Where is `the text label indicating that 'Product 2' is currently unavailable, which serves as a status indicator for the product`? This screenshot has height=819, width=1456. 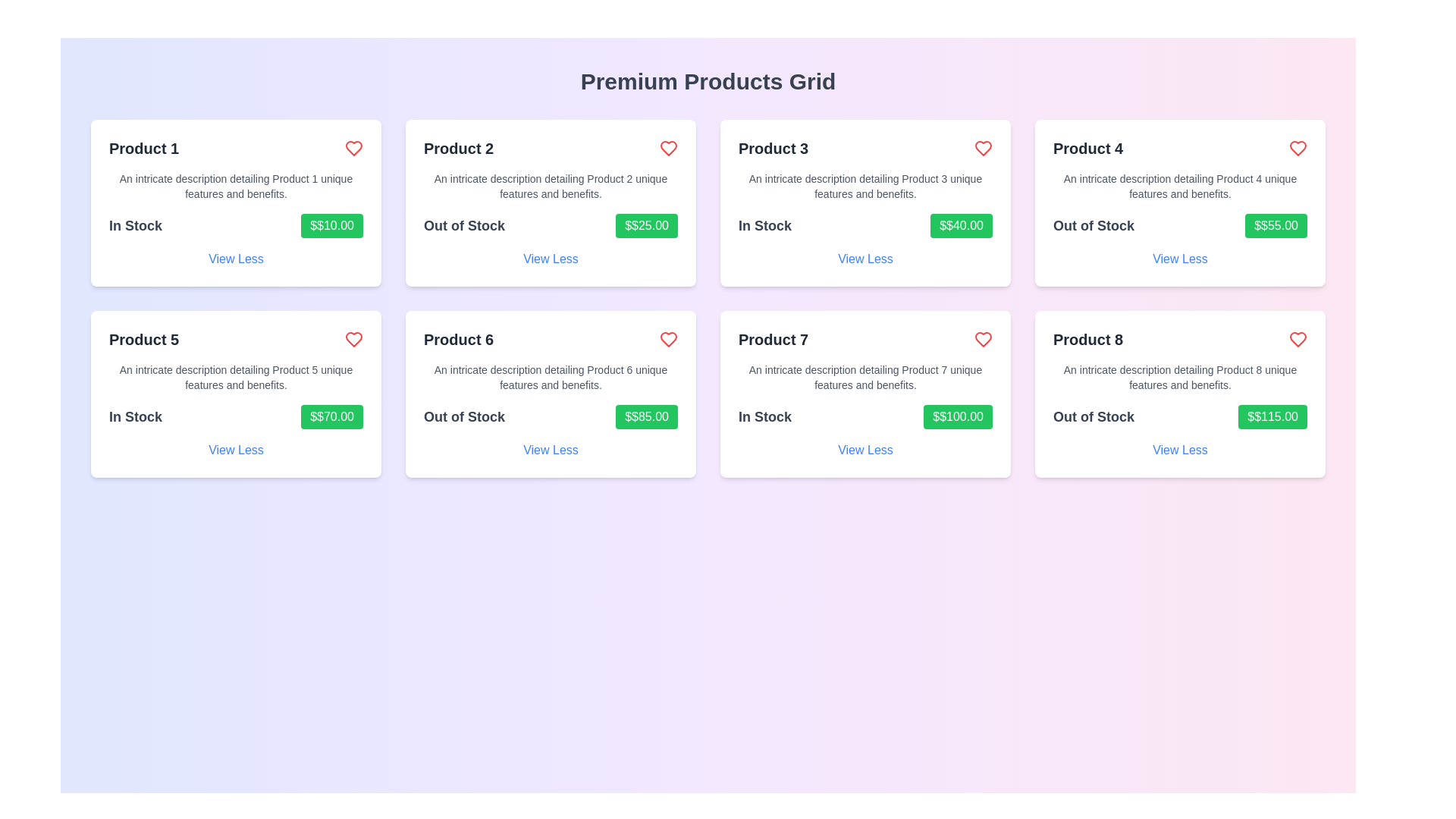
the text label indicating that 'Product 2' is currently unavailable, which serves as a status indicator for the product is located at coordinates (463, 225).